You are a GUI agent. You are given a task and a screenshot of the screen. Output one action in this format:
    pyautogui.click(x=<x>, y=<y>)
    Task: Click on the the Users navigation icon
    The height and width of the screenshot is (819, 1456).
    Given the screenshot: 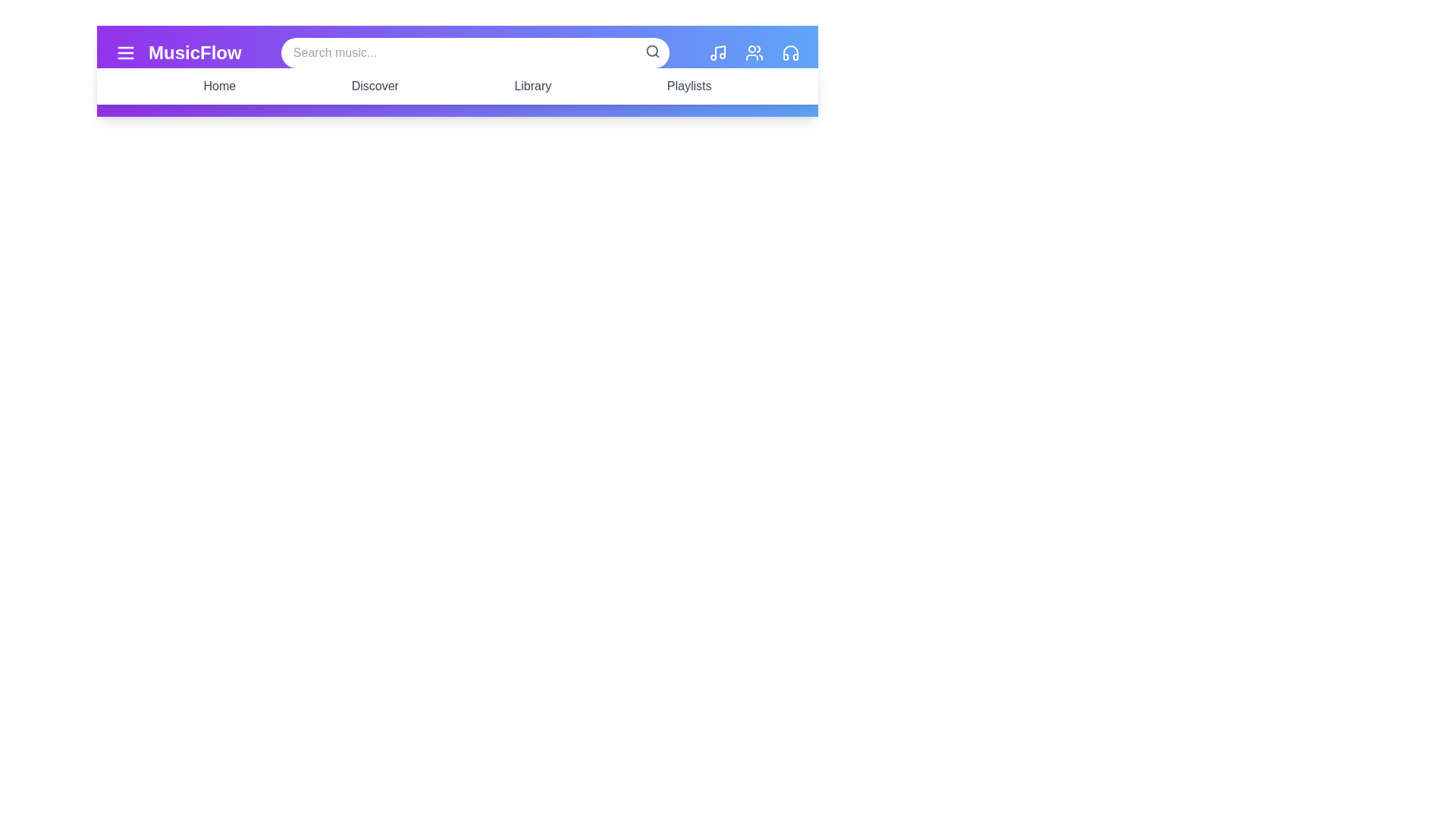 What is the action you would take?
    pyautogui.click(x=754, y=52)
    